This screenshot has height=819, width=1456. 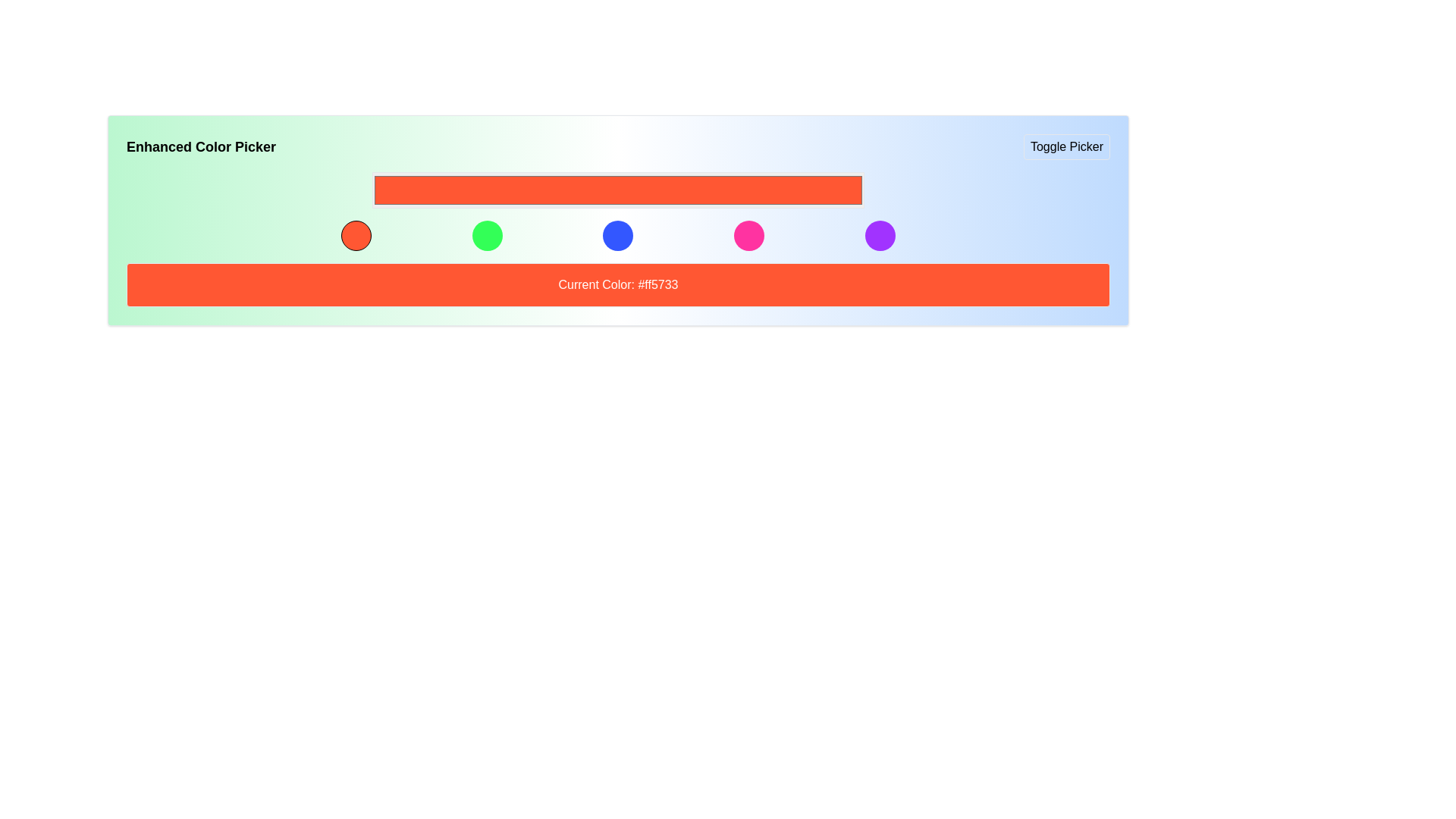 What do you see at coordinates (372, 189) in the screenshot?
I see `color` at bounding box center [372, 189].